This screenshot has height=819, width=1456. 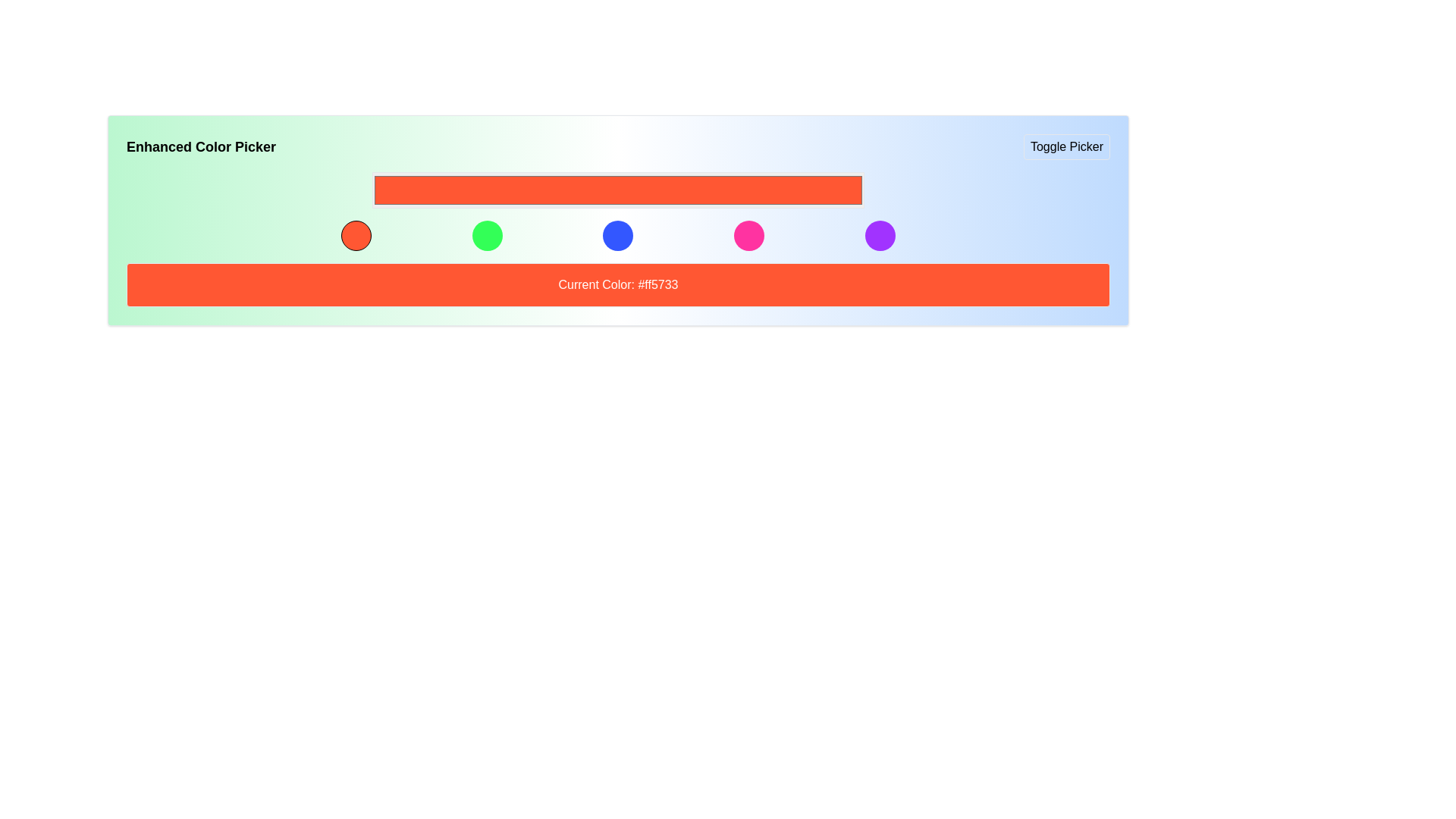 What do you see at coordinates (372, 189) in the screenshot?
I see `color` at bounding box center [372, 189].